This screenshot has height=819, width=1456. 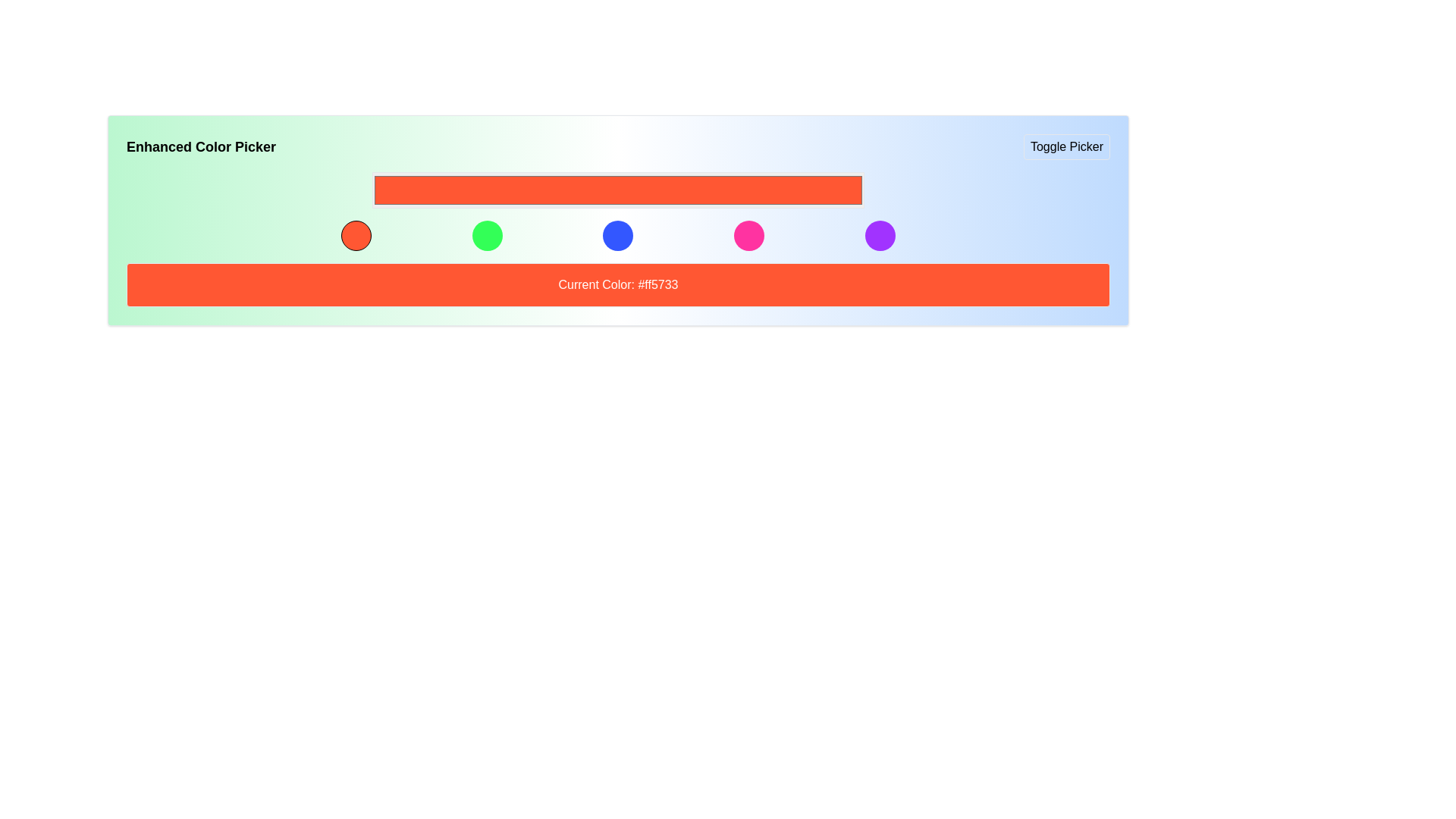 What do you see at coordinates (372, 189) in the screenshot?
I see `color` at bounding box center [372, 189].